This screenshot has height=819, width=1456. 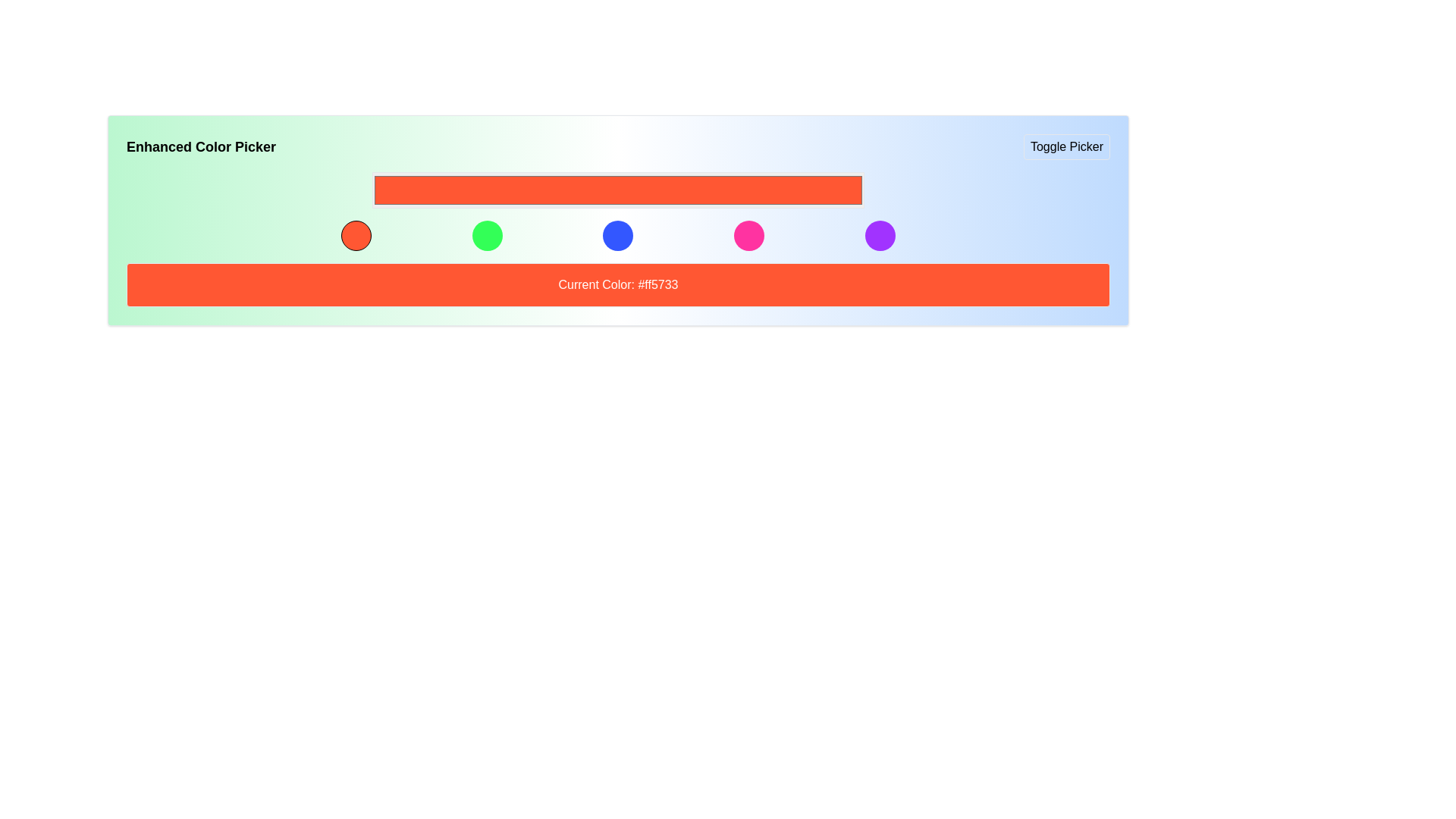 What do you see at coordinates (372, 189) in the screenshot?
I see `color` at bounding box center [372, 189].